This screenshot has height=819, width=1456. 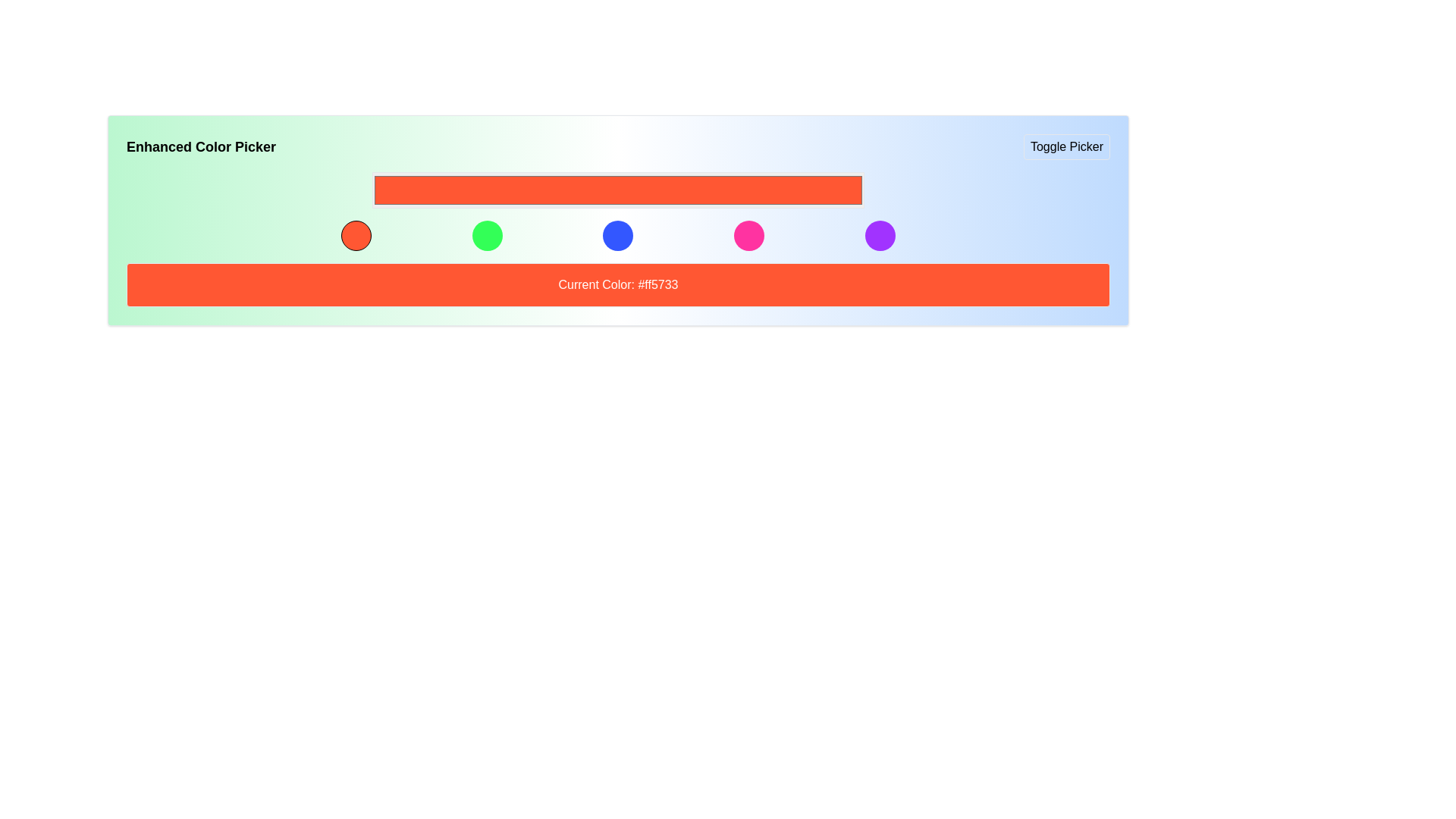 What do you see at coordinates (372, 189) in the screenshot?
I see `color` at bounding box center [372, 189].